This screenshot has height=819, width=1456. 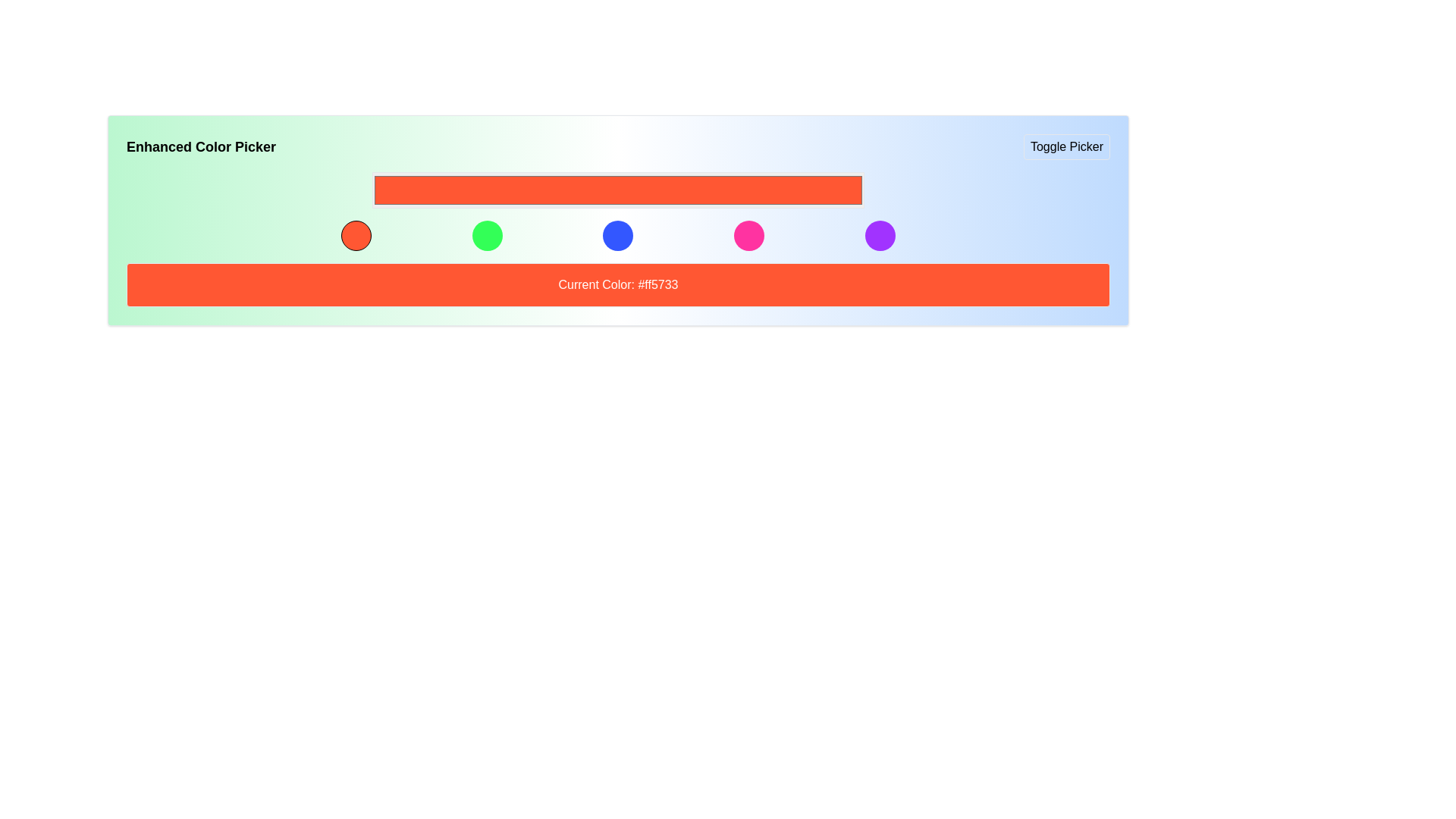 What do you see at coordinates (372, 189) in the screenshot?
I see `color` at bounding box center [372, 189].